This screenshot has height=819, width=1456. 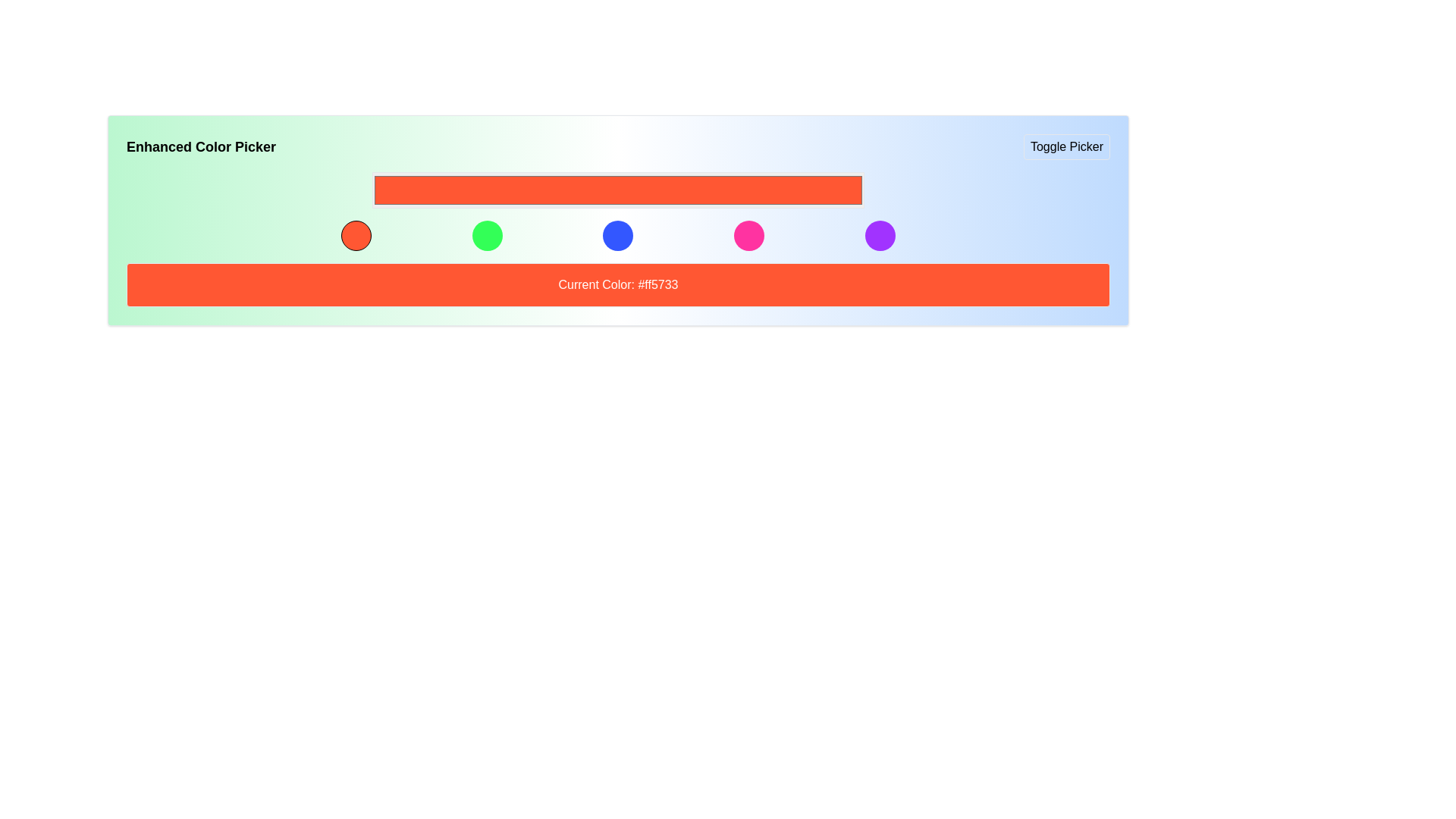 What do you see at coordinates (372, 189) in the screenshot?
I see `color` at bounding box center [372, 189].